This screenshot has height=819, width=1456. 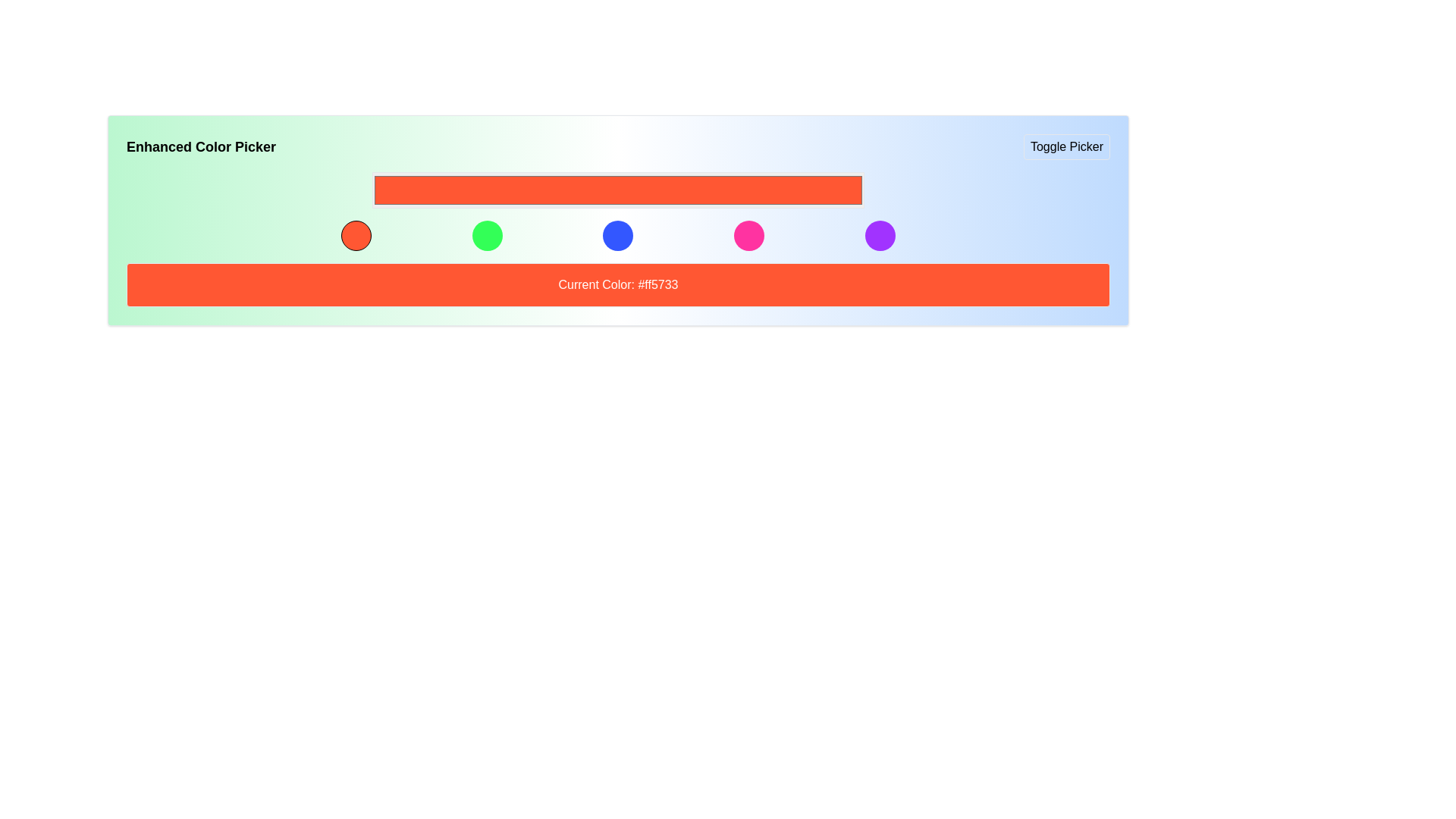 What do you see at coordinates (372, 189) in the screenshot?
I see `color` at bounding box center [372, 189].